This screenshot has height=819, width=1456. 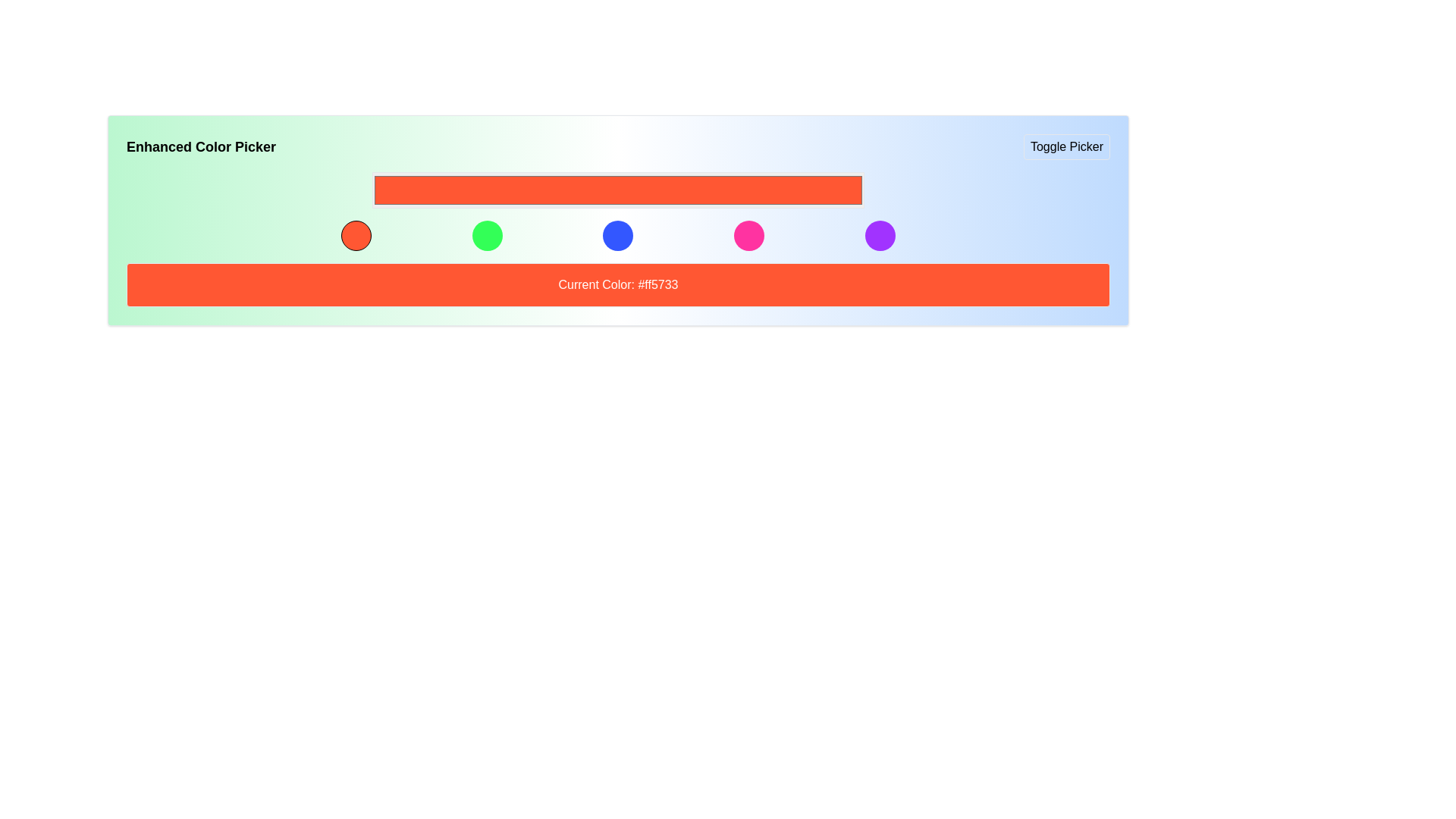 What do you see at coordinates (372, 189) in the screenshot?
I see `color` at bounding box center [372, 189].